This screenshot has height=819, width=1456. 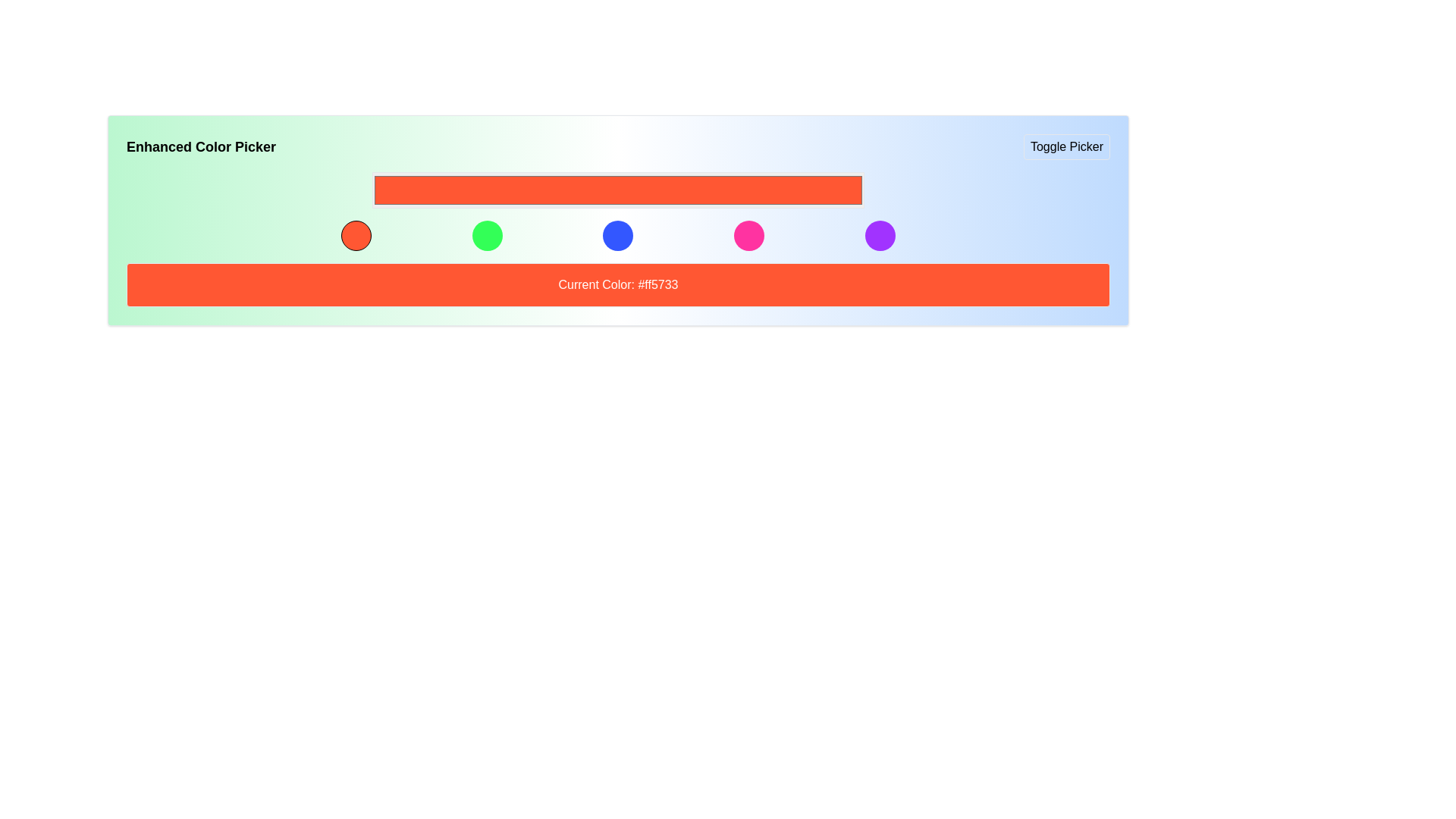 What do you see at coordinates (372, 189) in the screenshot?
I see `color` at bounding box center [372, 189].